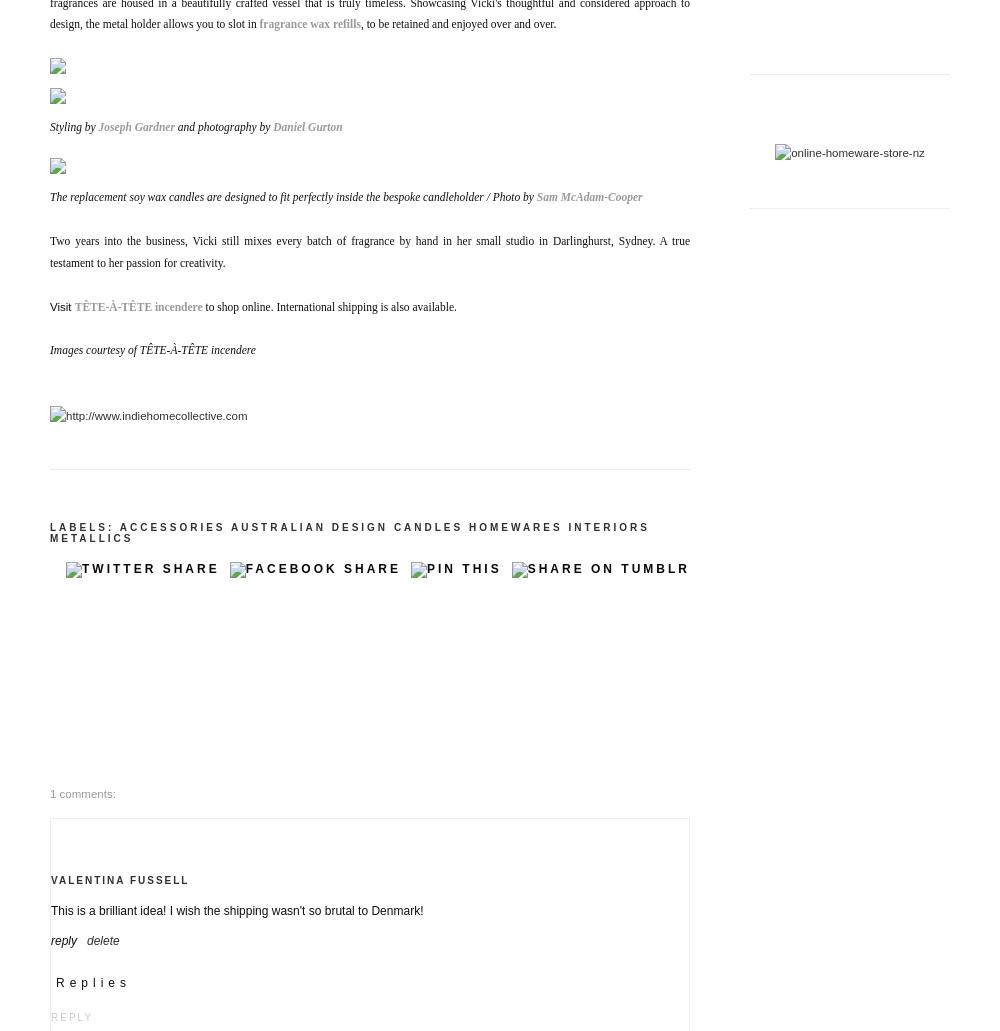  What do you see at coordinates (273, 124) in the screenshot?
I see `'Daniel Gurton'` at bounding box center [273, 124].